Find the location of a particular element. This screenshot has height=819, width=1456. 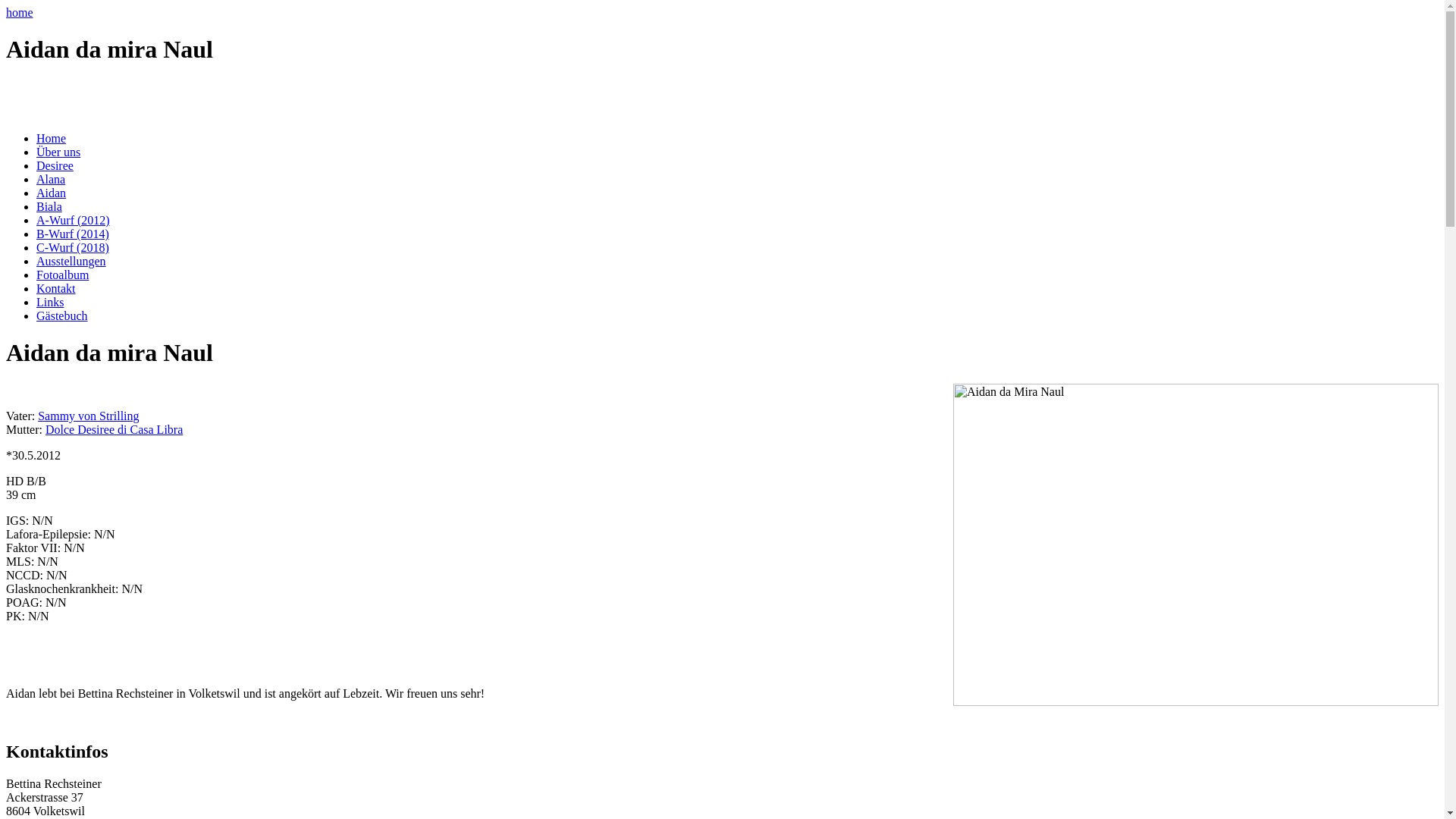

'Kontakt' is located at coordinates (36, 288).